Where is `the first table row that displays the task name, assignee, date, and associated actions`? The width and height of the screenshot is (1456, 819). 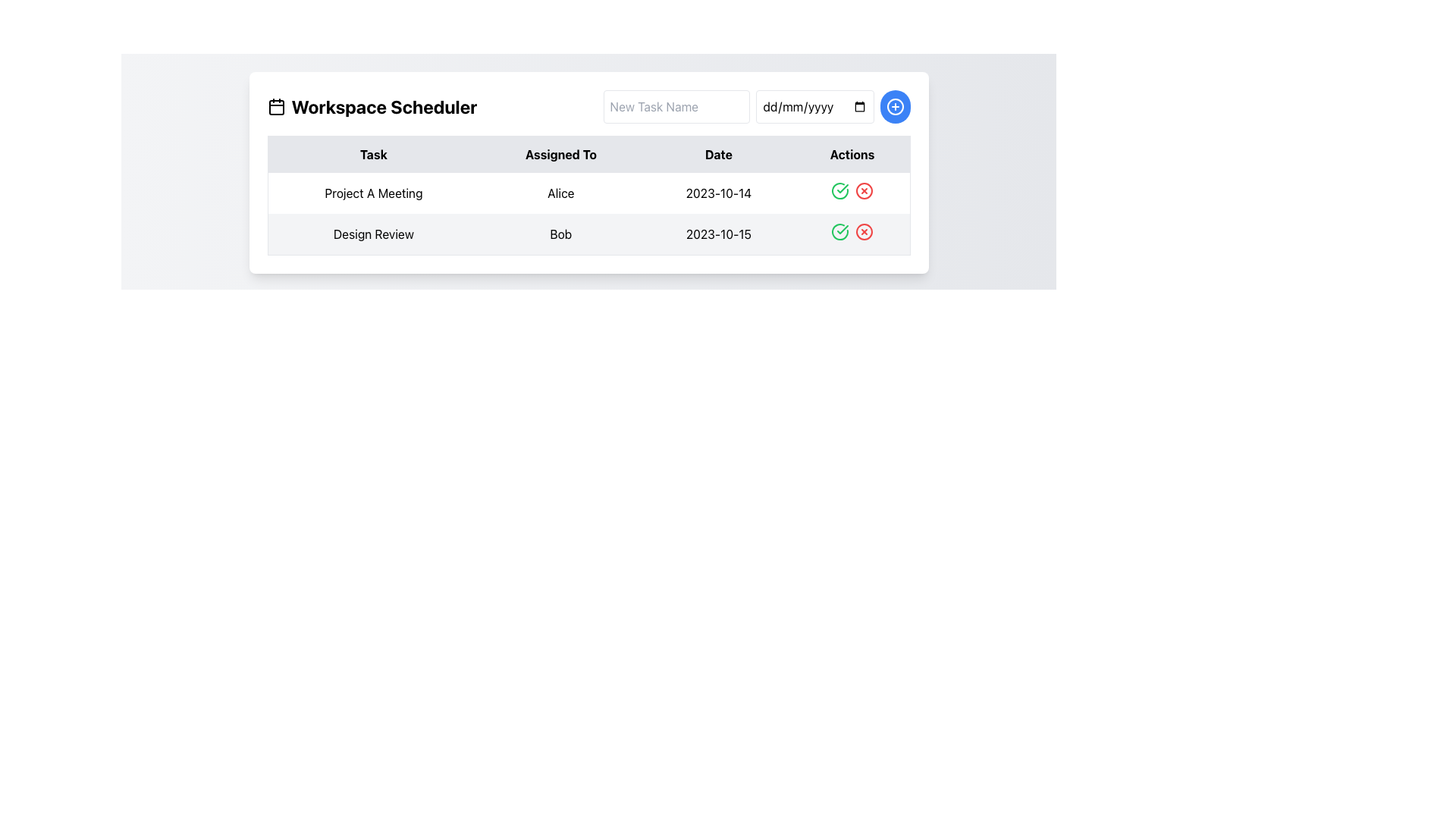
the first table row that displays the task name, assignee, date, and associated actions is located at coordinates (588, 192).